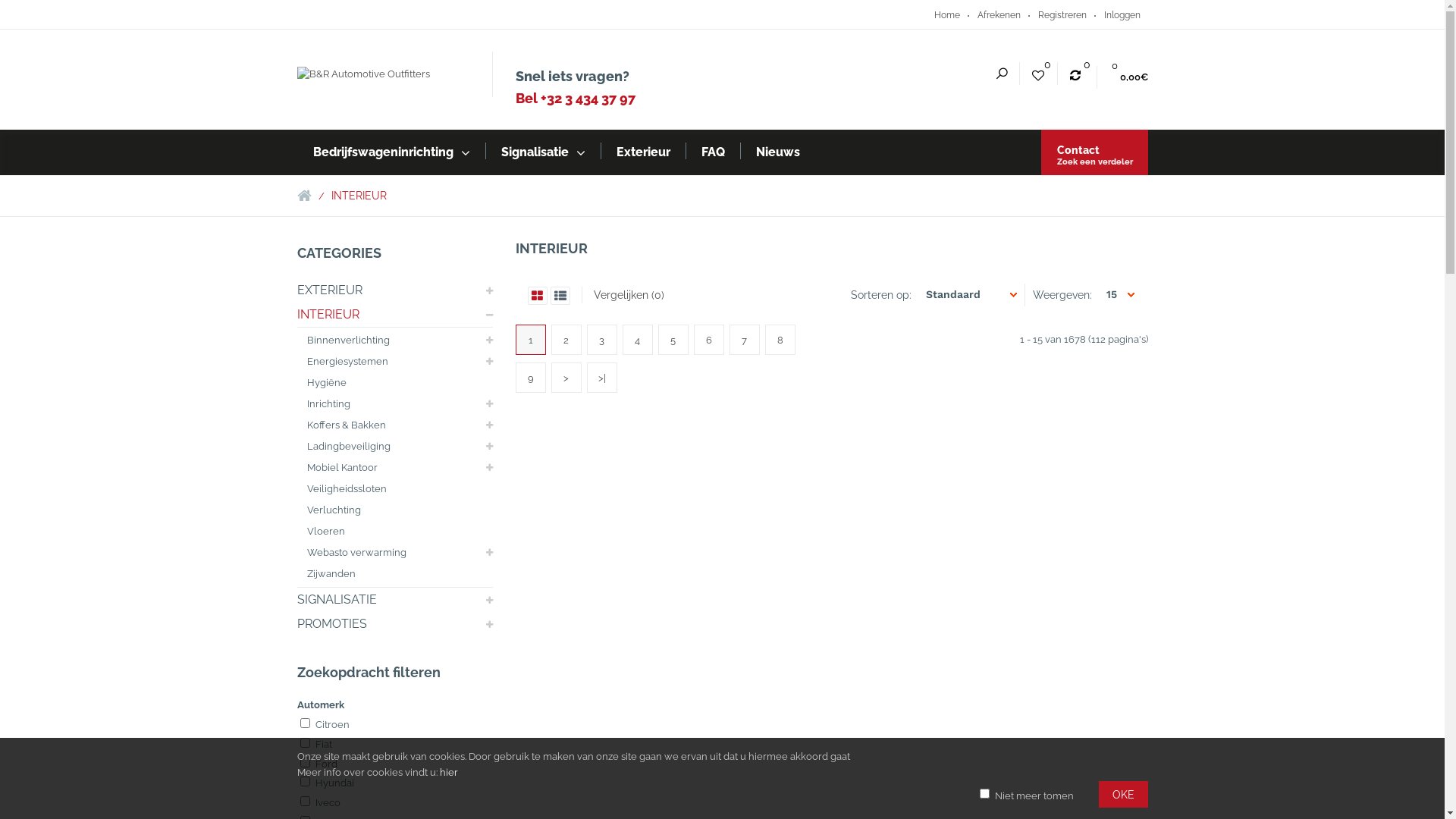 This screenshot has width=1456, height=819. What do you see at coordinates (1075, 71) in the screenshot?
I see `'0'` at bounding box center [1075, 71].